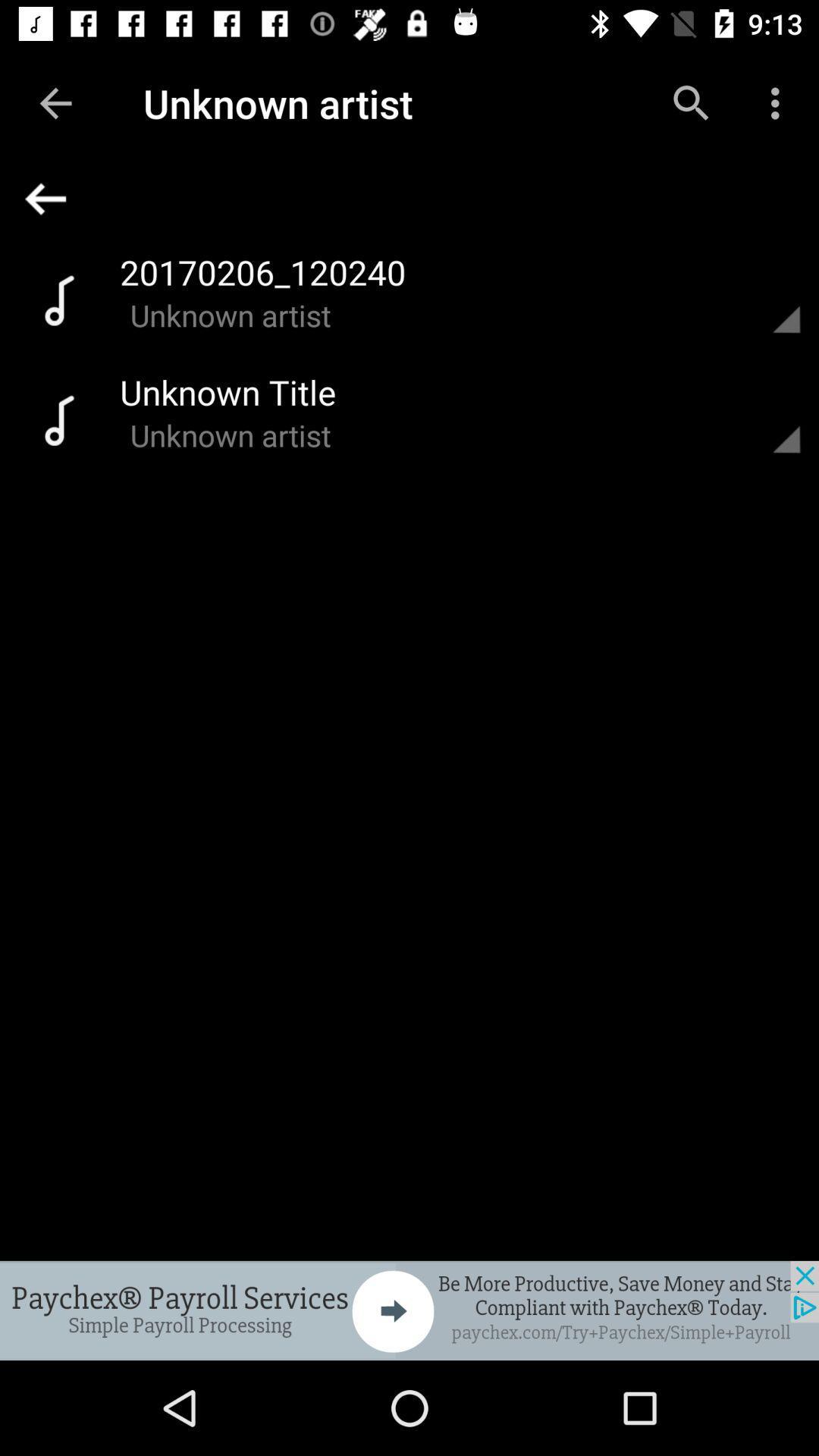  I want to click on open the option menu, so click(768, 419).